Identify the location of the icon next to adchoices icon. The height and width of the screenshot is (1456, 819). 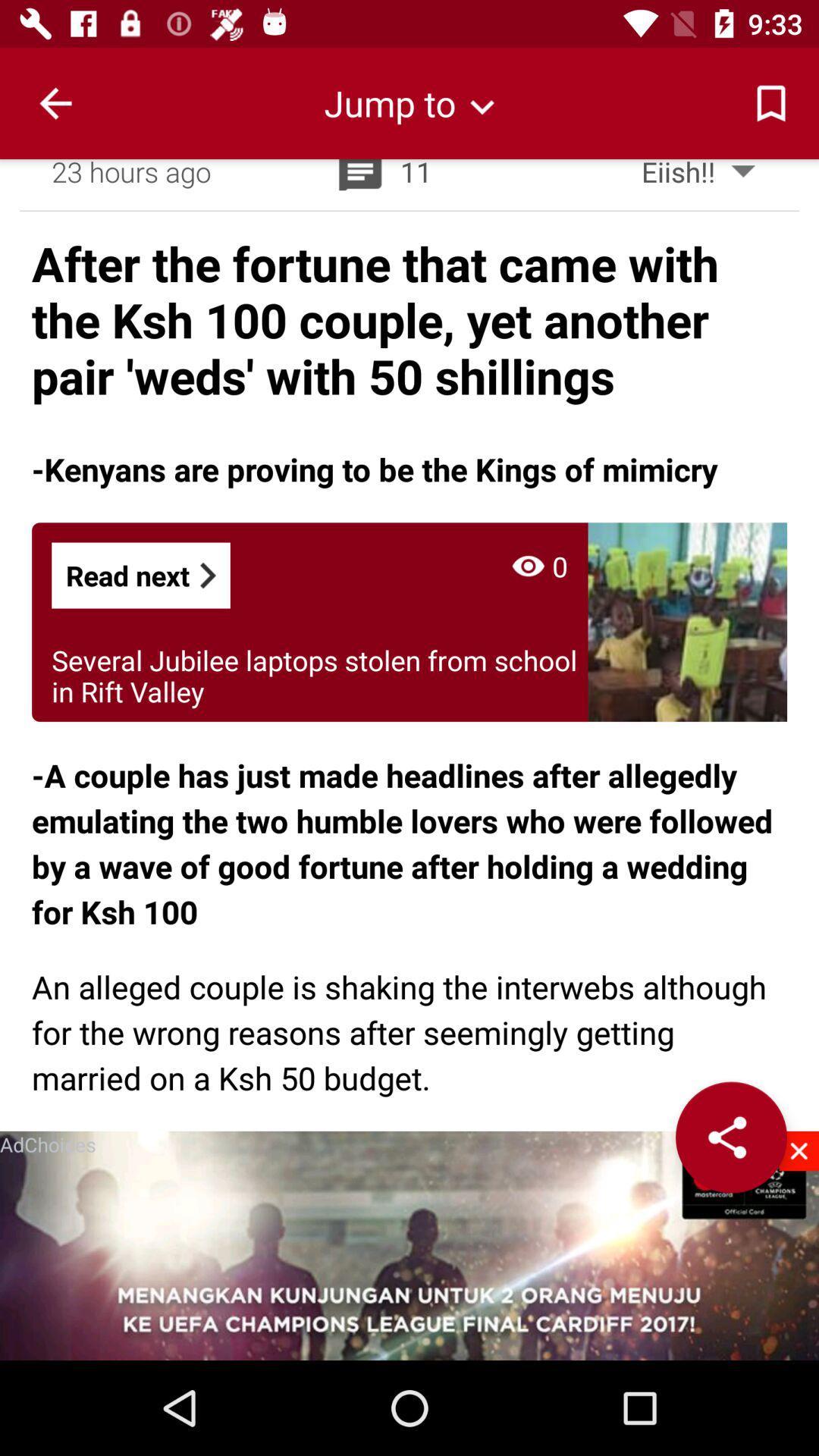
(798, 1150).